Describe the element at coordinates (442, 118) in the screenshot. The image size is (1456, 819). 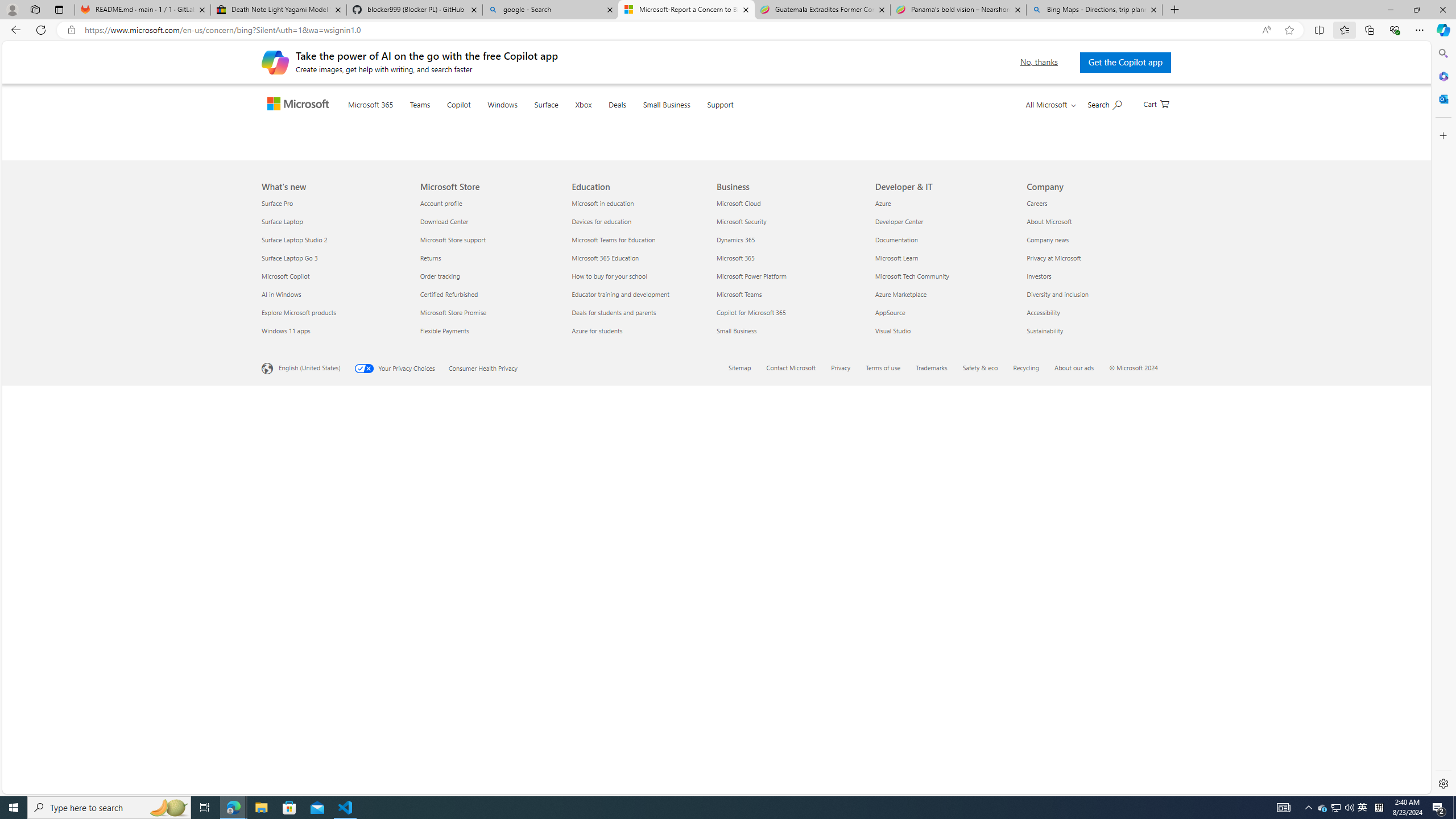
I see `'Teams'` at that location.